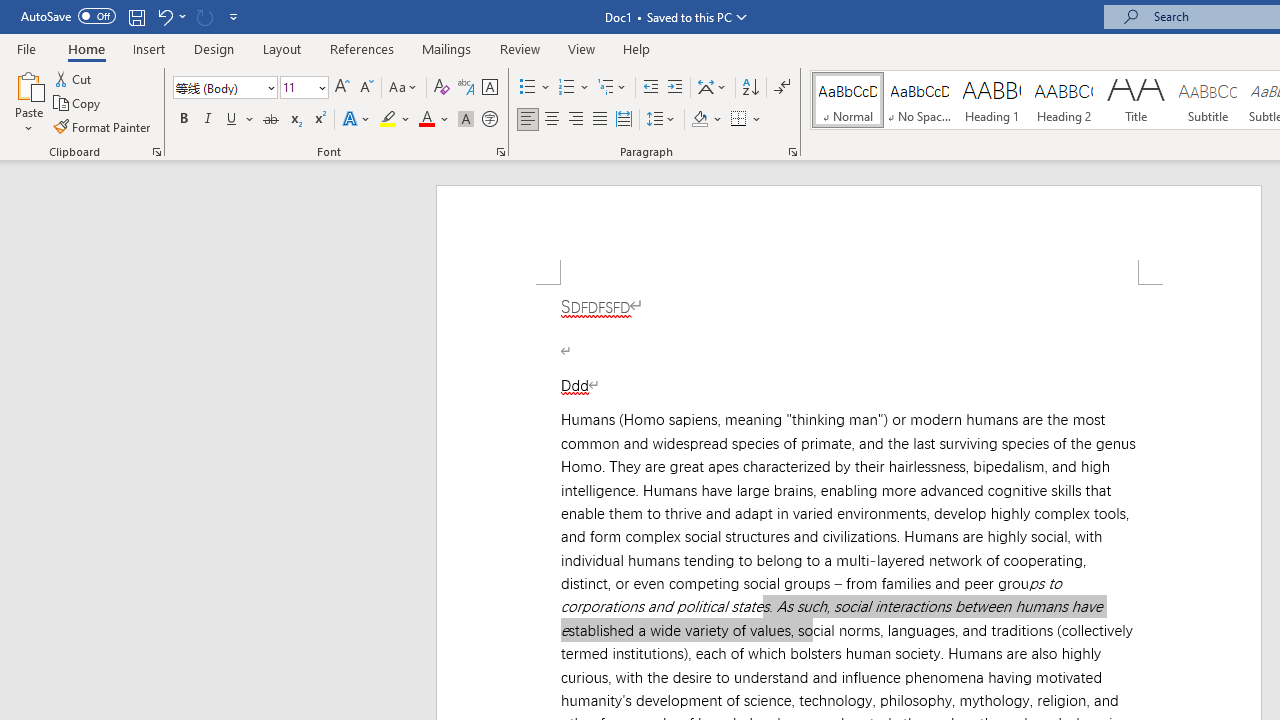  What do you see at coordinates (183, 119) in the screenshot?
I see `'Bold'` at bounding box center [183, 119].